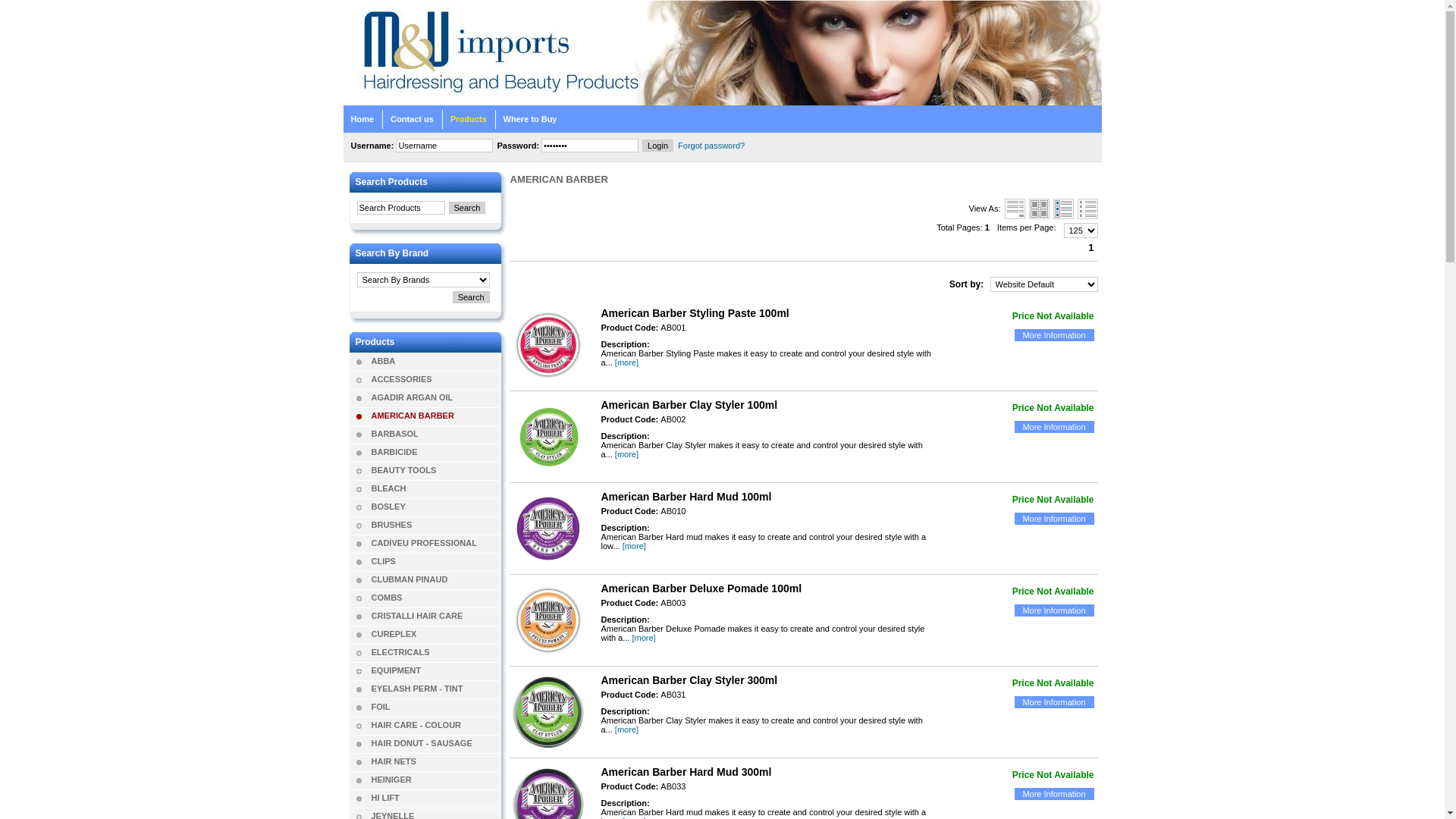 This screenshot has height=819, width=1456. I want to click on 'HAIR NETS', so click(435, 761).